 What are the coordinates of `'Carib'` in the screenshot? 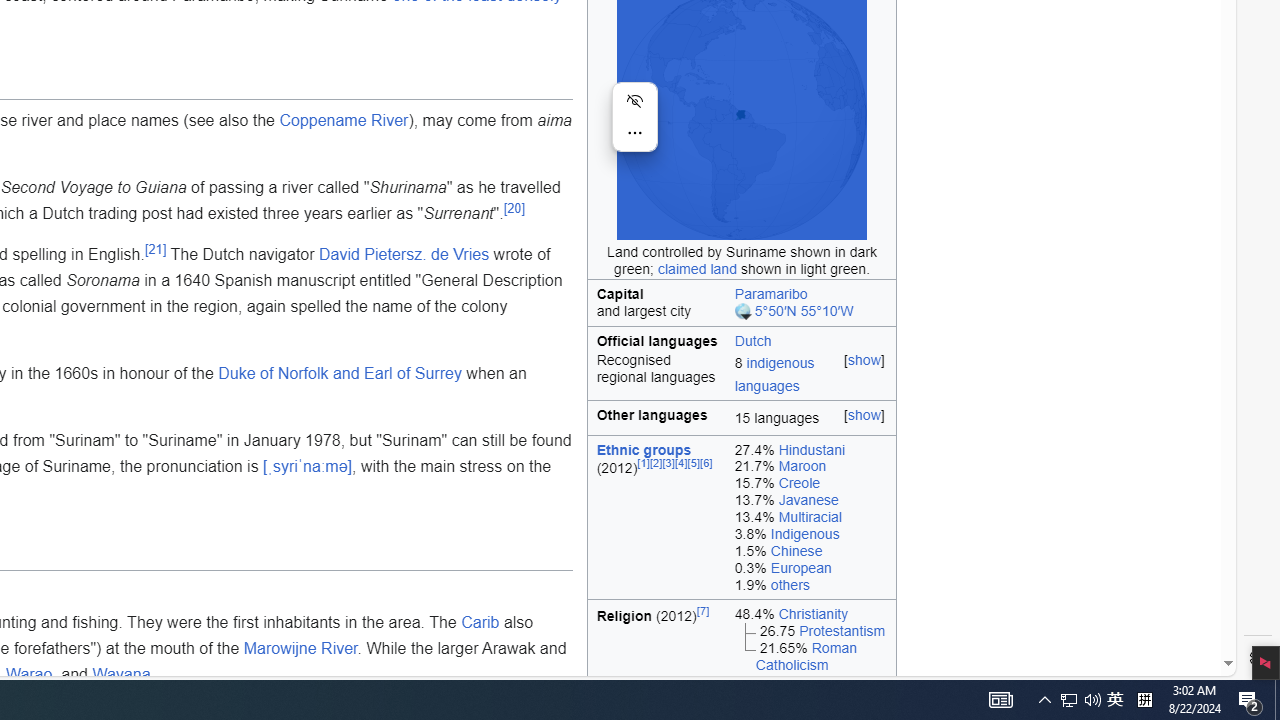 It's located at (480, 622).